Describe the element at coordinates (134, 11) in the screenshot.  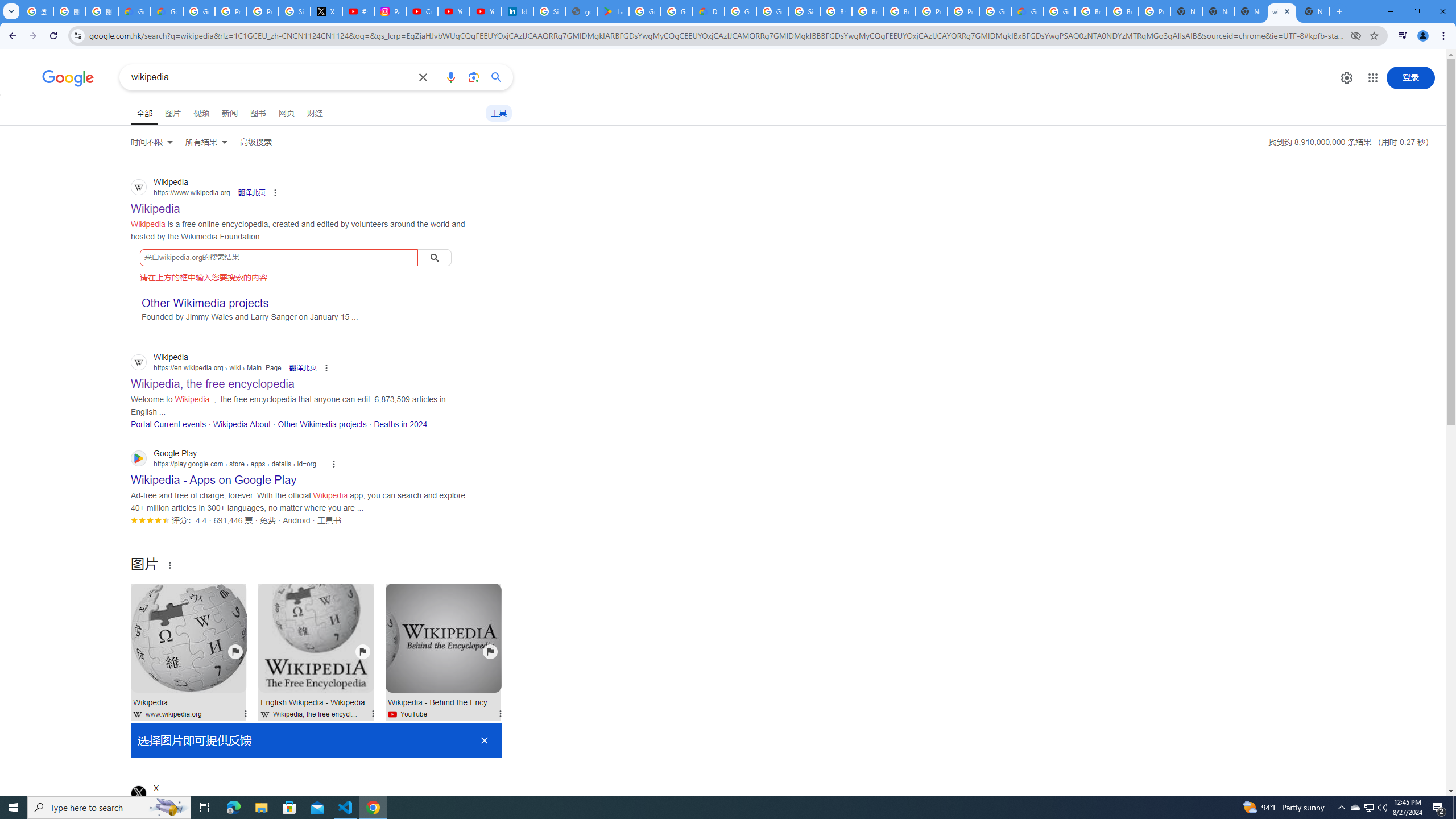
I see `'Google Cloud Privacy Notice'` at that location.